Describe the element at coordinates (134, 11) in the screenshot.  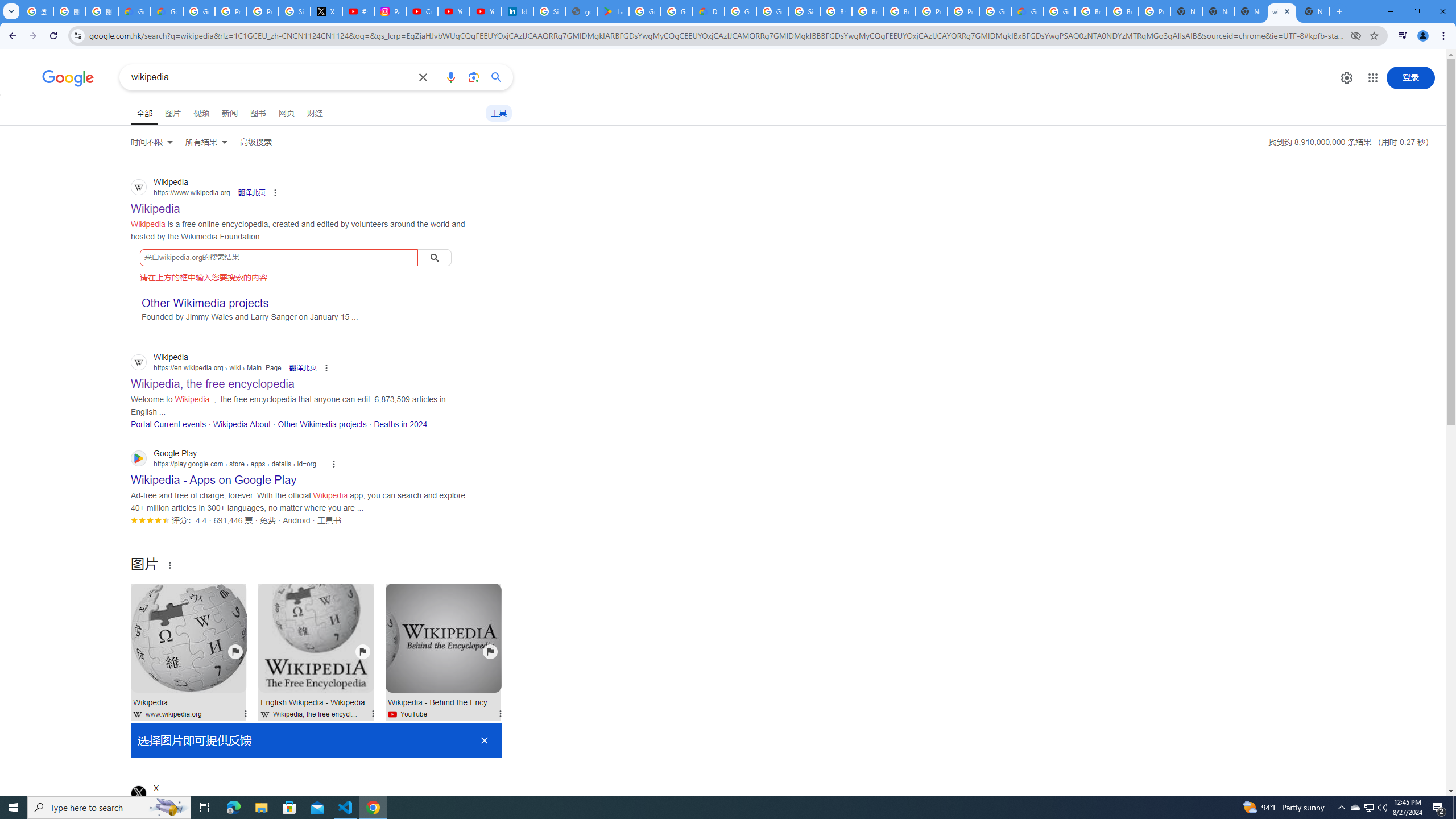
I see `'Google Cloud Privacy Notice'` at that location.